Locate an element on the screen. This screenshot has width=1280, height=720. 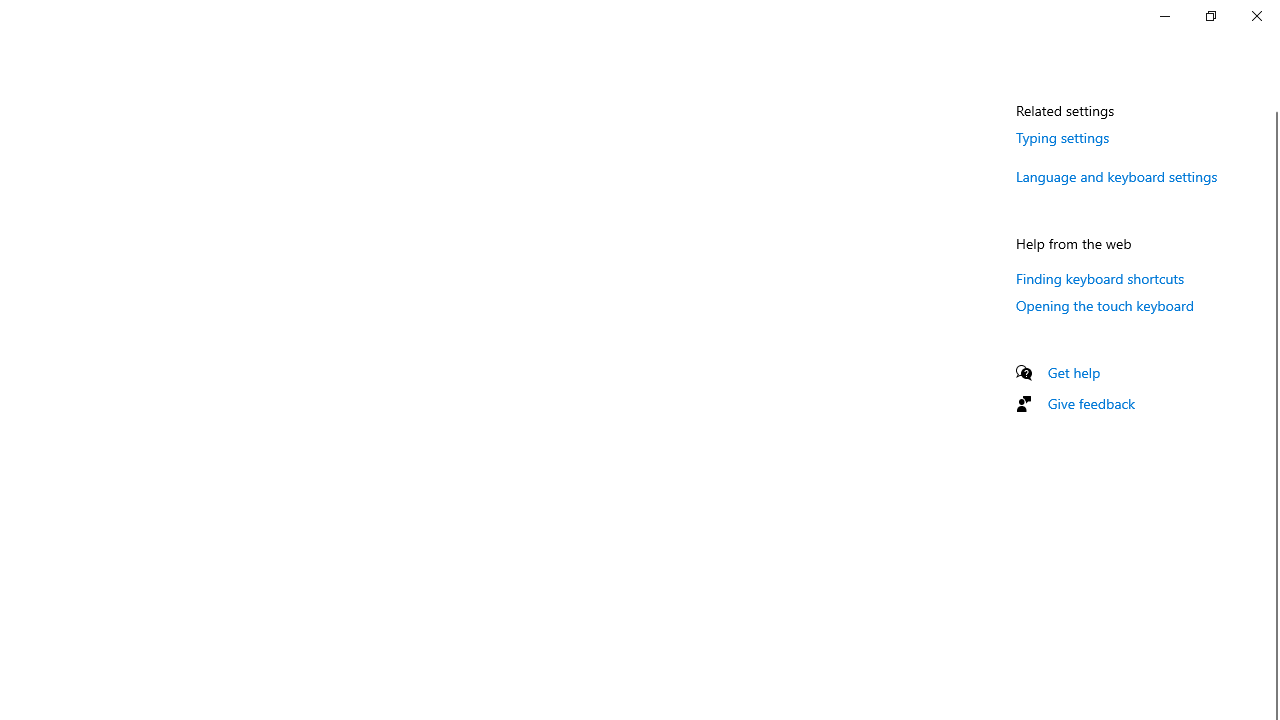
'Opening the touch keyboard' is located at coordinates (1104, 305).